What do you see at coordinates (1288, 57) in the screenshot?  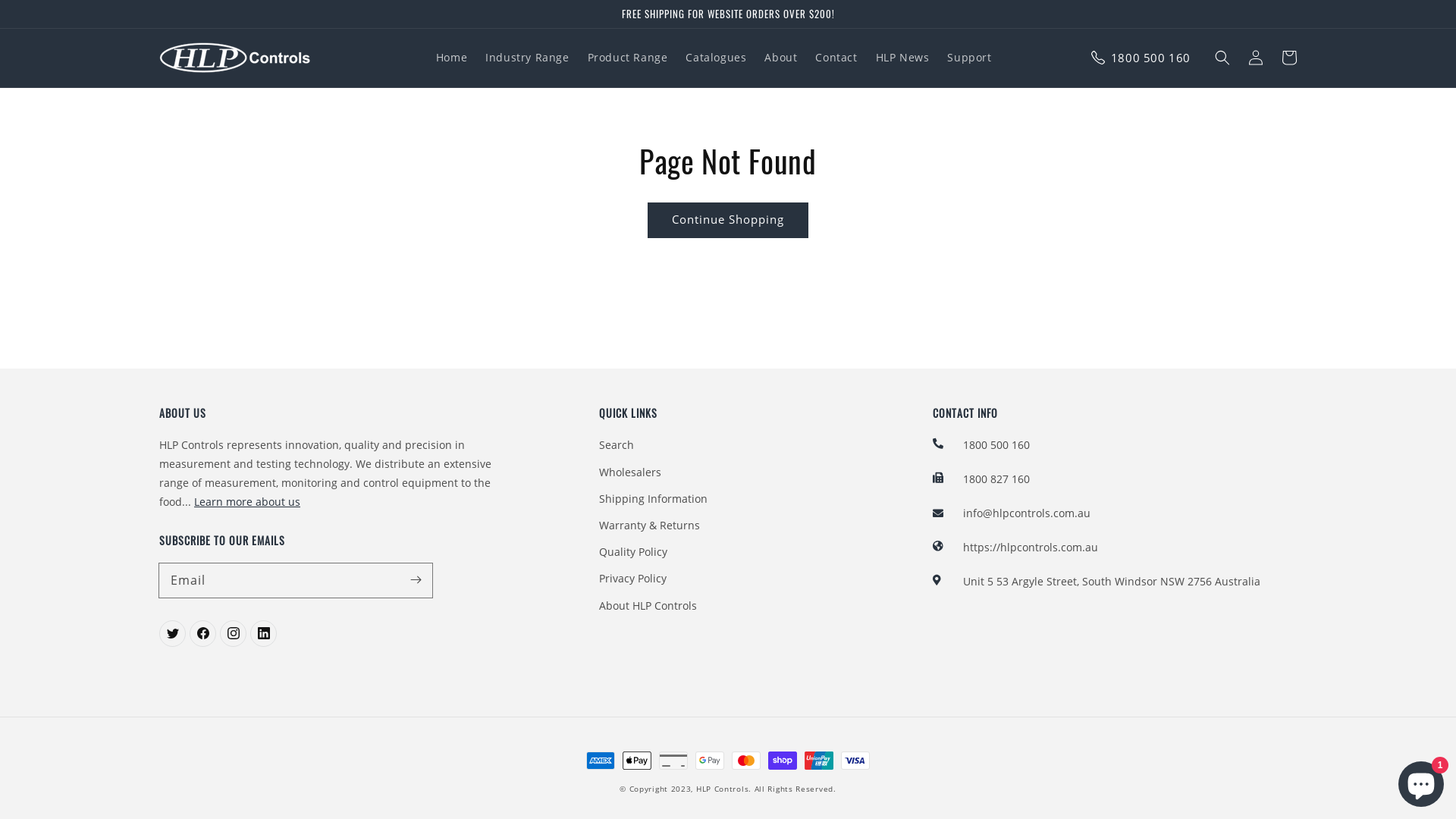 I see `'Cart'` at bounding box center [1288, 57].